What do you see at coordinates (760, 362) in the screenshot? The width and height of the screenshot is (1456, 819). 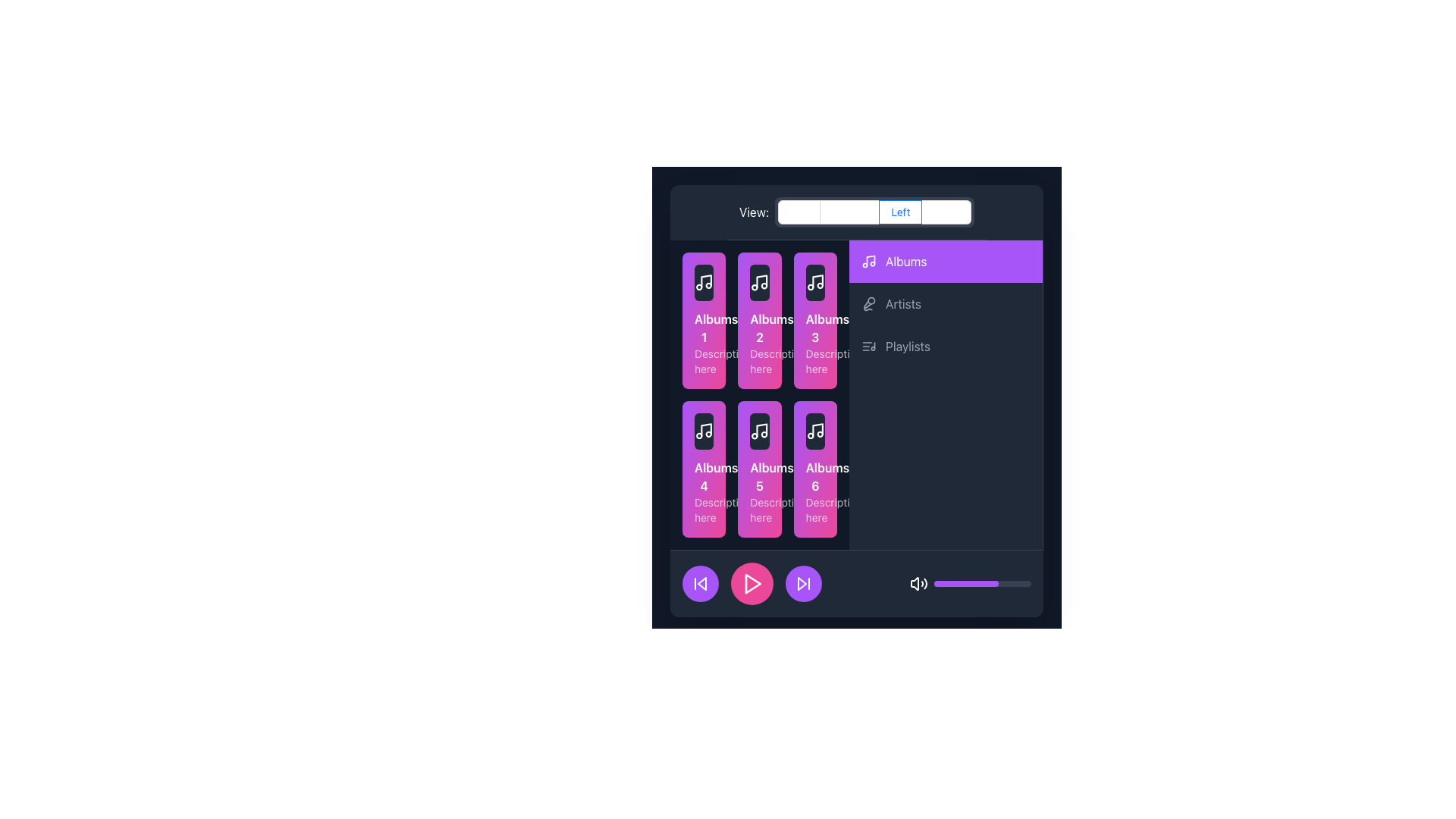 I see `the static text label providing additional descriptive information about the associated album or card, located under the 'Albums 2' label in the second card of the grid layout` at bounding box center [760, 362].